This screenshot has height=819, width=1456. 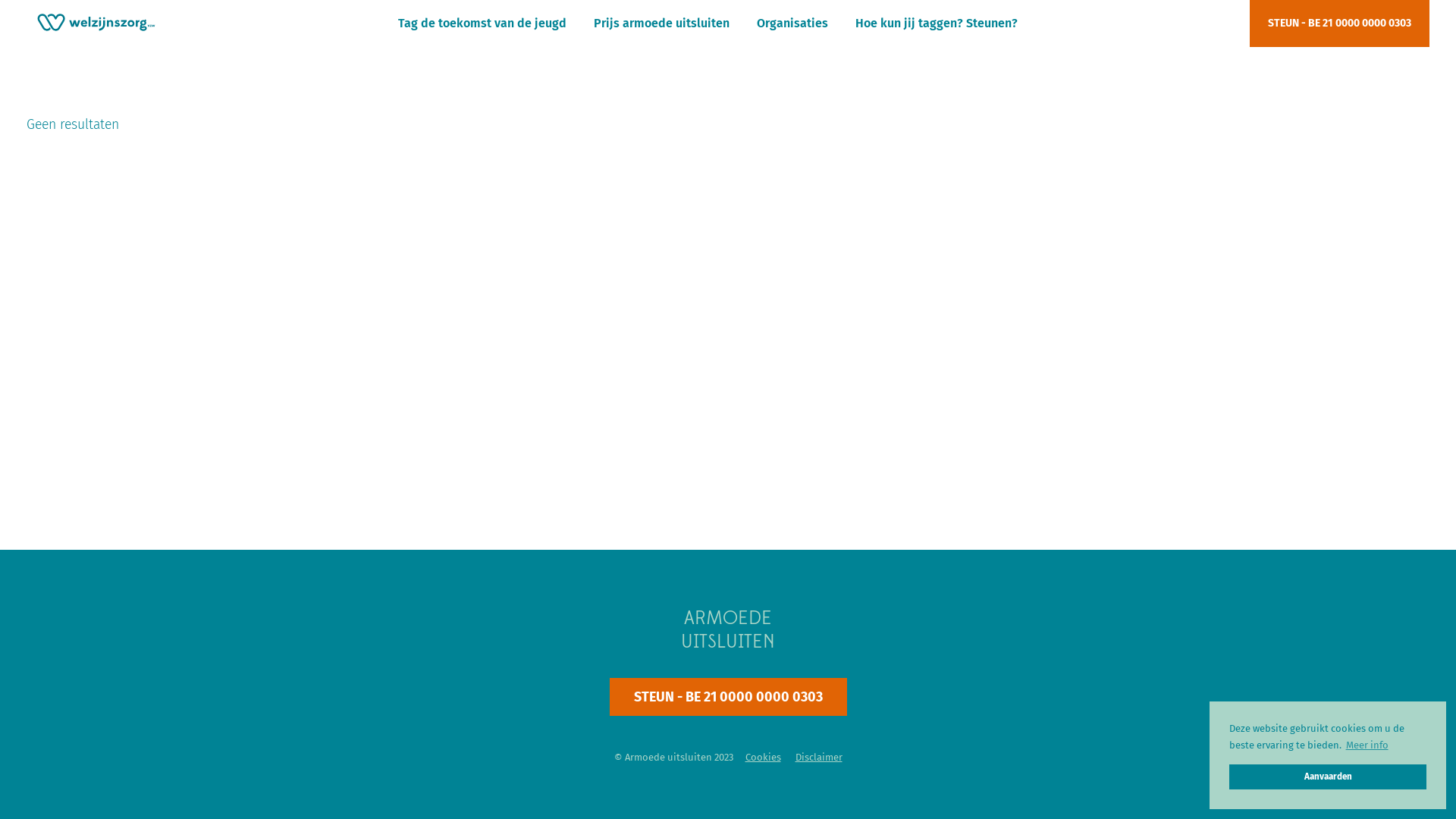 What do you see at coordinates (817, 757) in the screenshot?
I see `'Disclaimer'` at bounding box center [817, 757].